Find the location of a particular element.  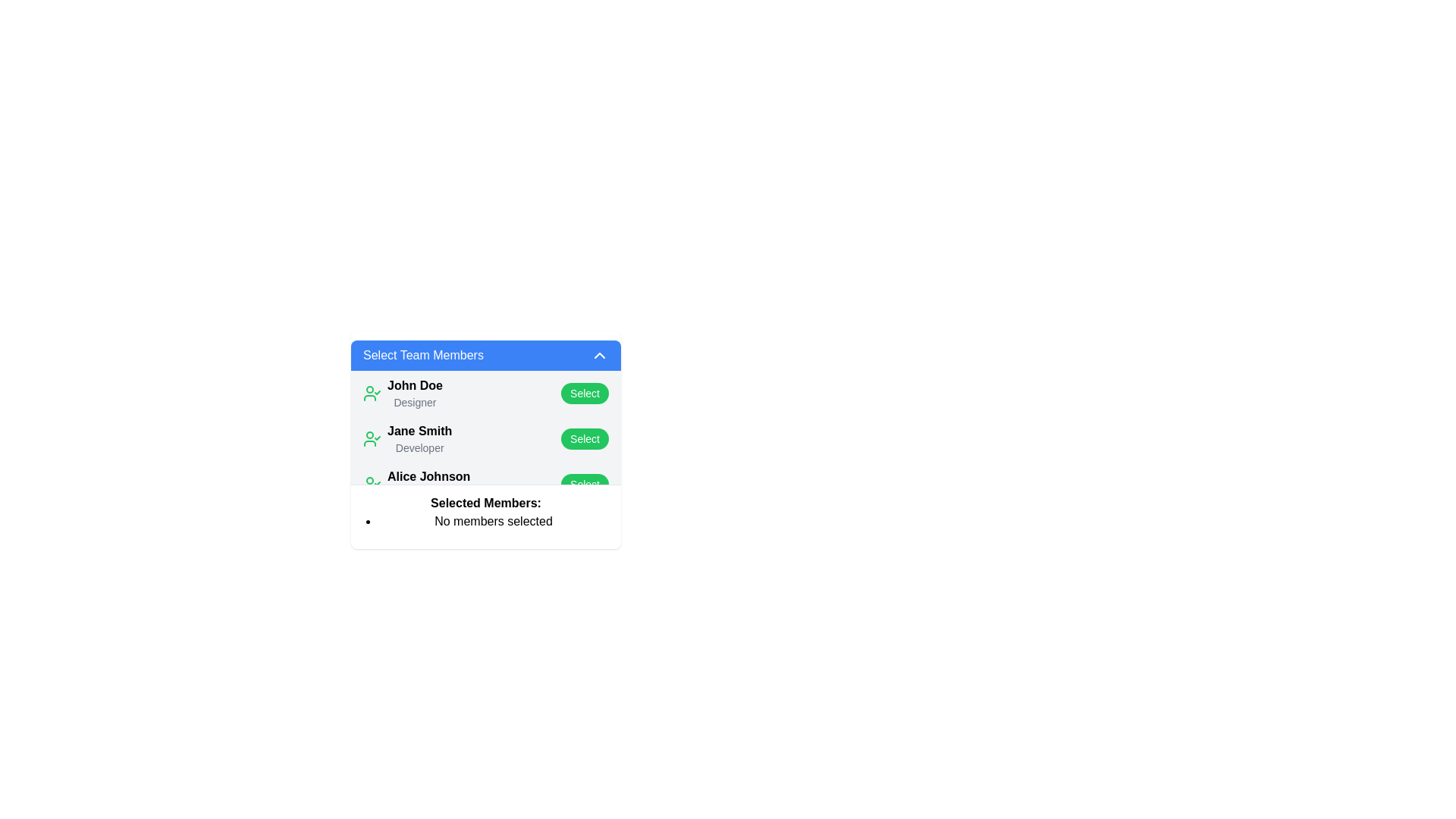

the green 'Select' button with white text, which is located to the right of 'Jane Smith, Developer' in the team members list is located at coordinates (584, 438).